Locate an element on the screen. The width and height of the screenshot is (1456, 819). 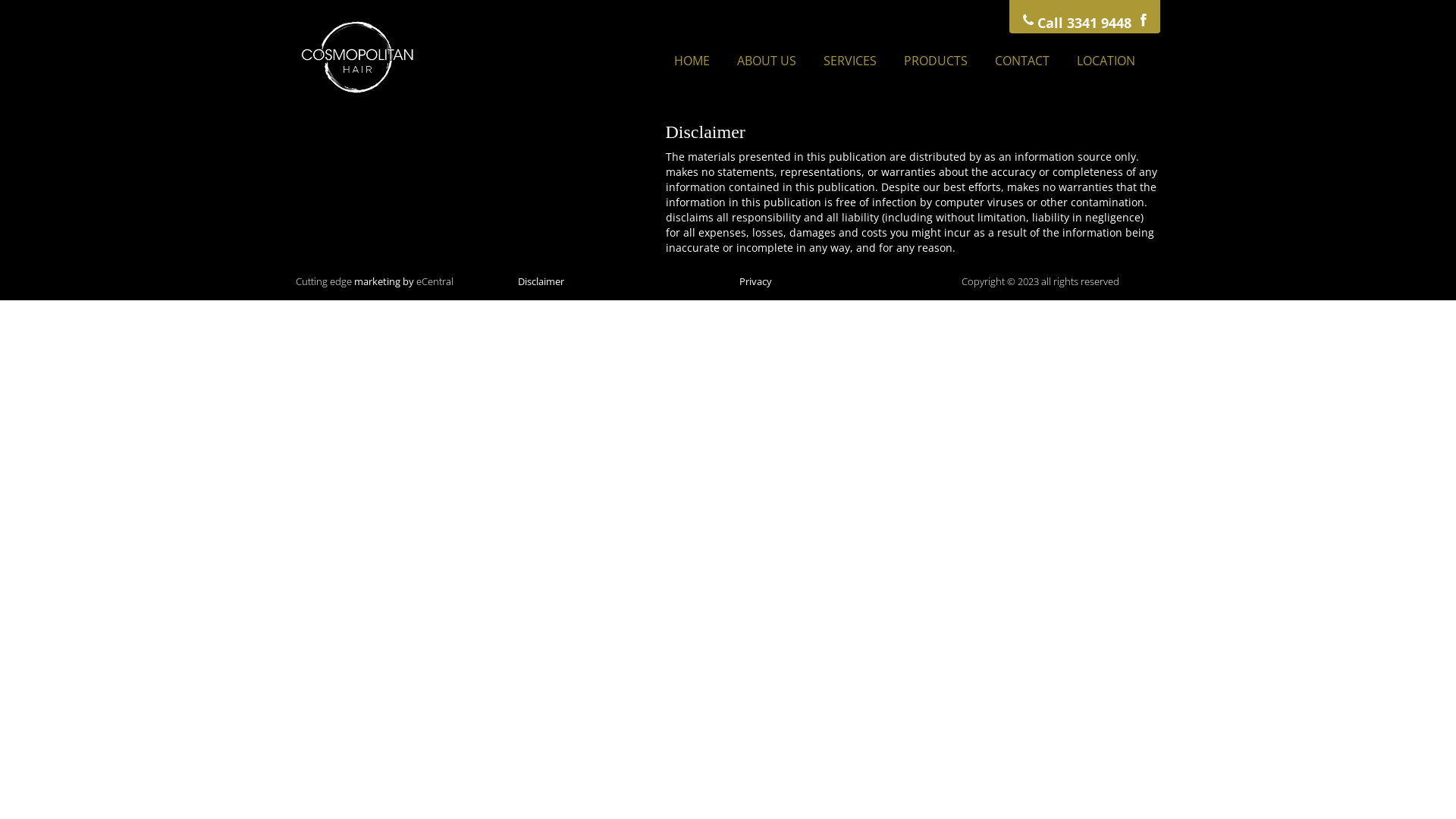
'HOME' is located at coordinates (662, 60).